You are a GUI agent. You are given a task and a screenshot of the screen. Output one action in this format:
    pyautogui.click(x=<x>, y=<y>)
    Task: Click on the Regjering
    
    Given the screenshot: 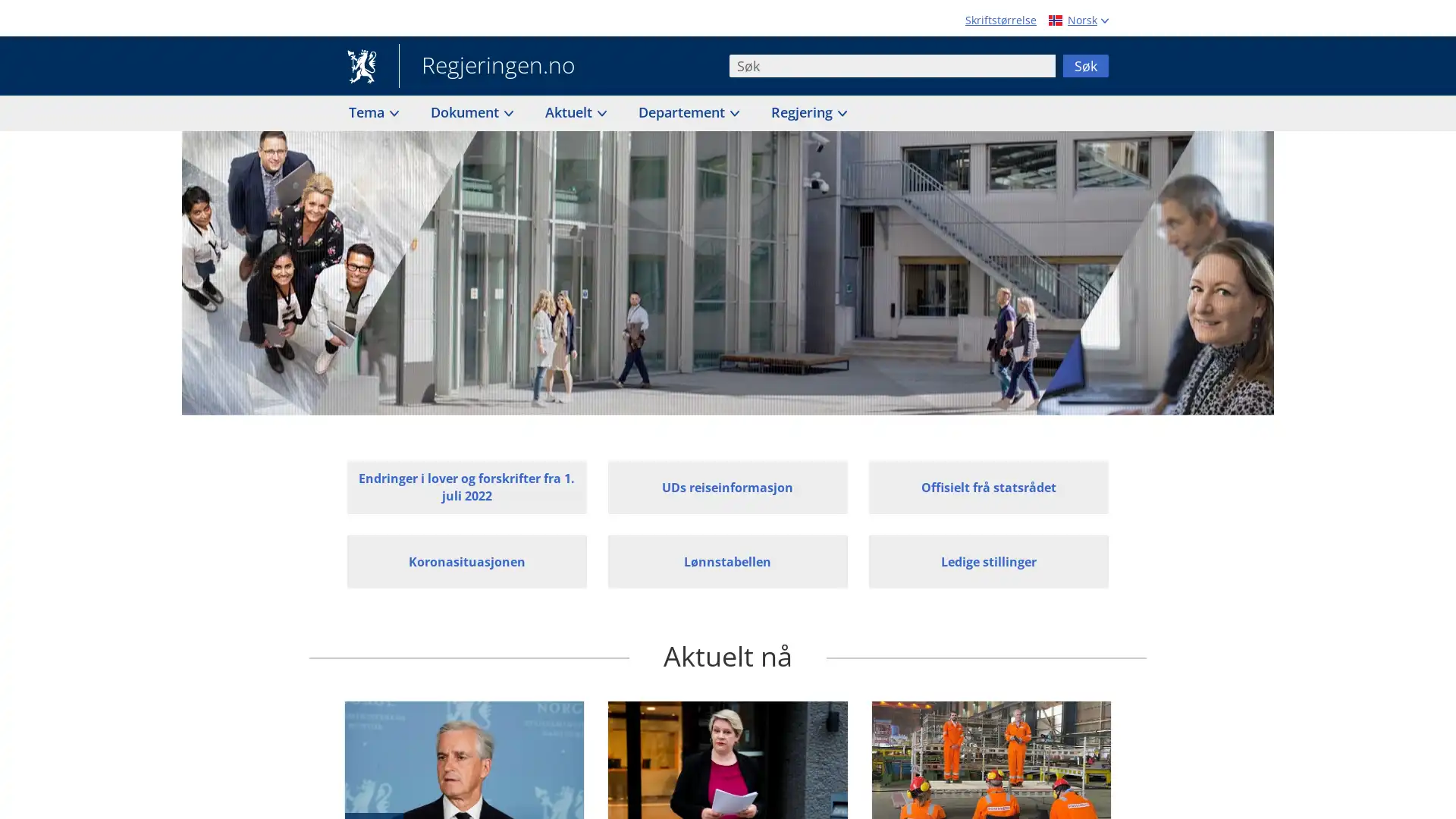 What is the action you would take?
    pyautogui.click(x=807, y=111)
    